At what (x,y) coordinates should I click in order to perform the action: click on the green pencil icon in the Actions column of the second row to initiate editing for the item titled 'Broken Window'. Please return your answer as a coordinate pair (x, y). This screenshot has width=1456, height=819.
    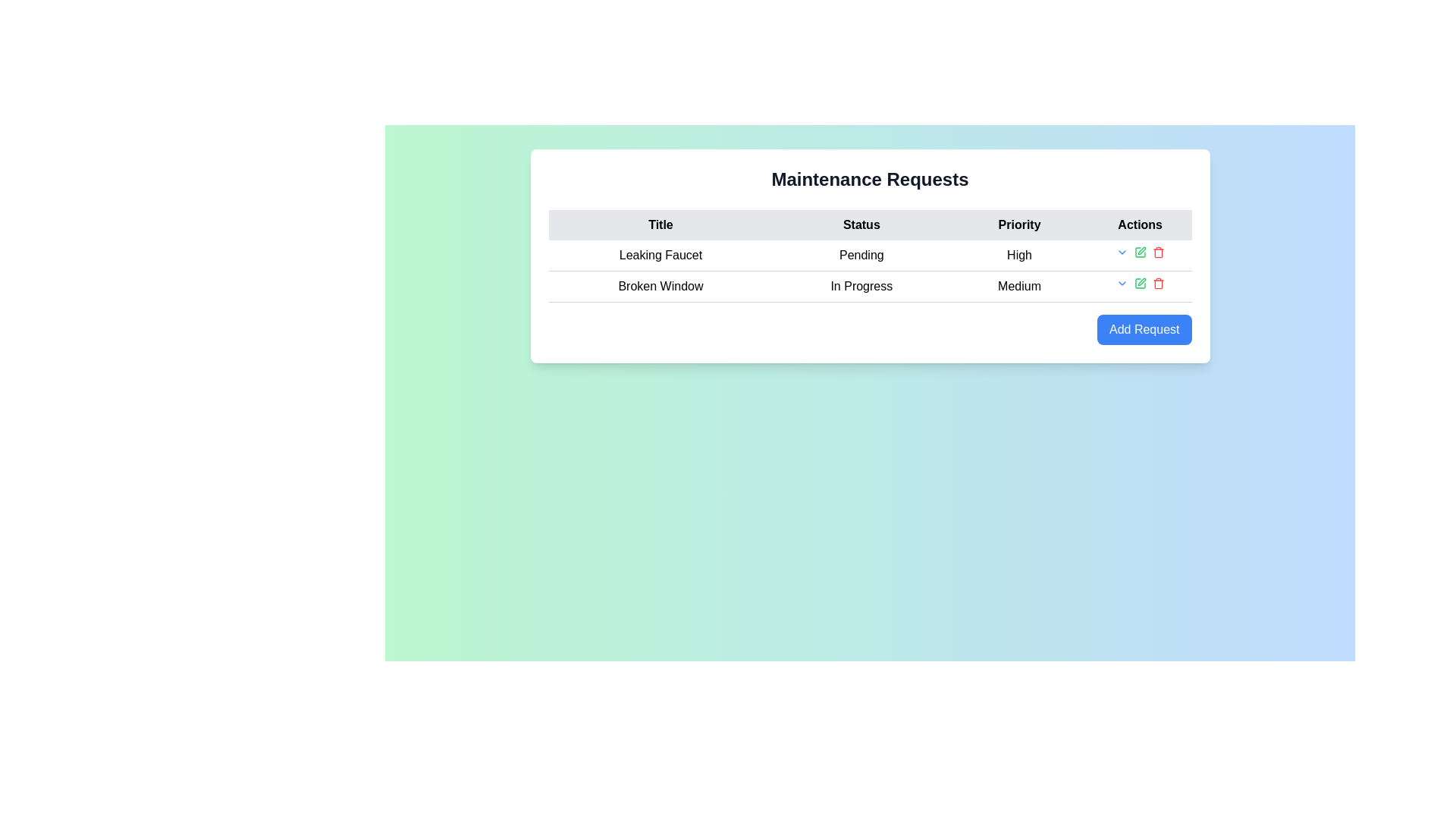
    Looking at the image, I should click on (1140, 284).